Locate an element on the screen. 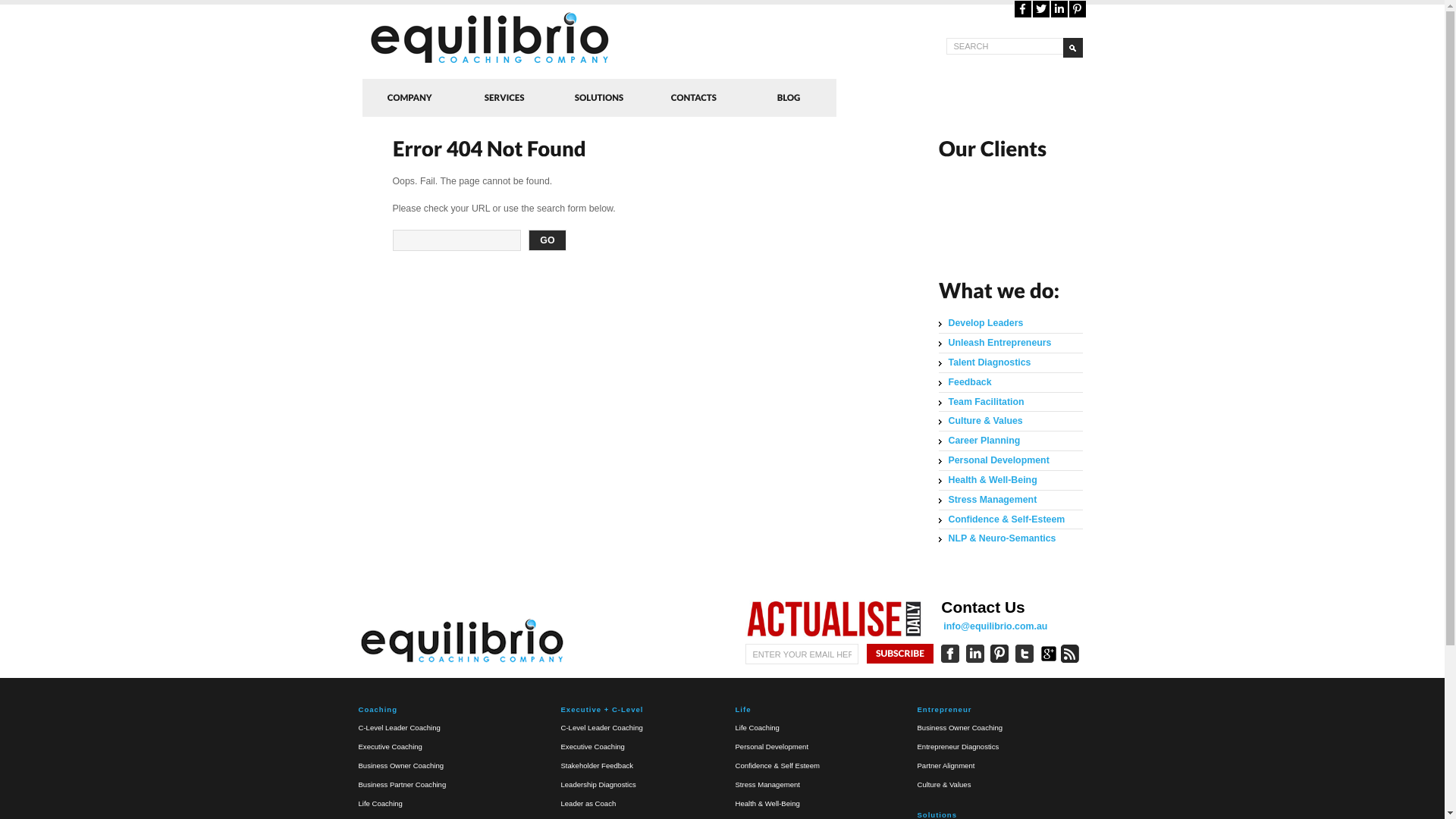 This screenshot has height=819, width=1456. 'info@equilibrio.com.au' is located at coordinates (995, 626).